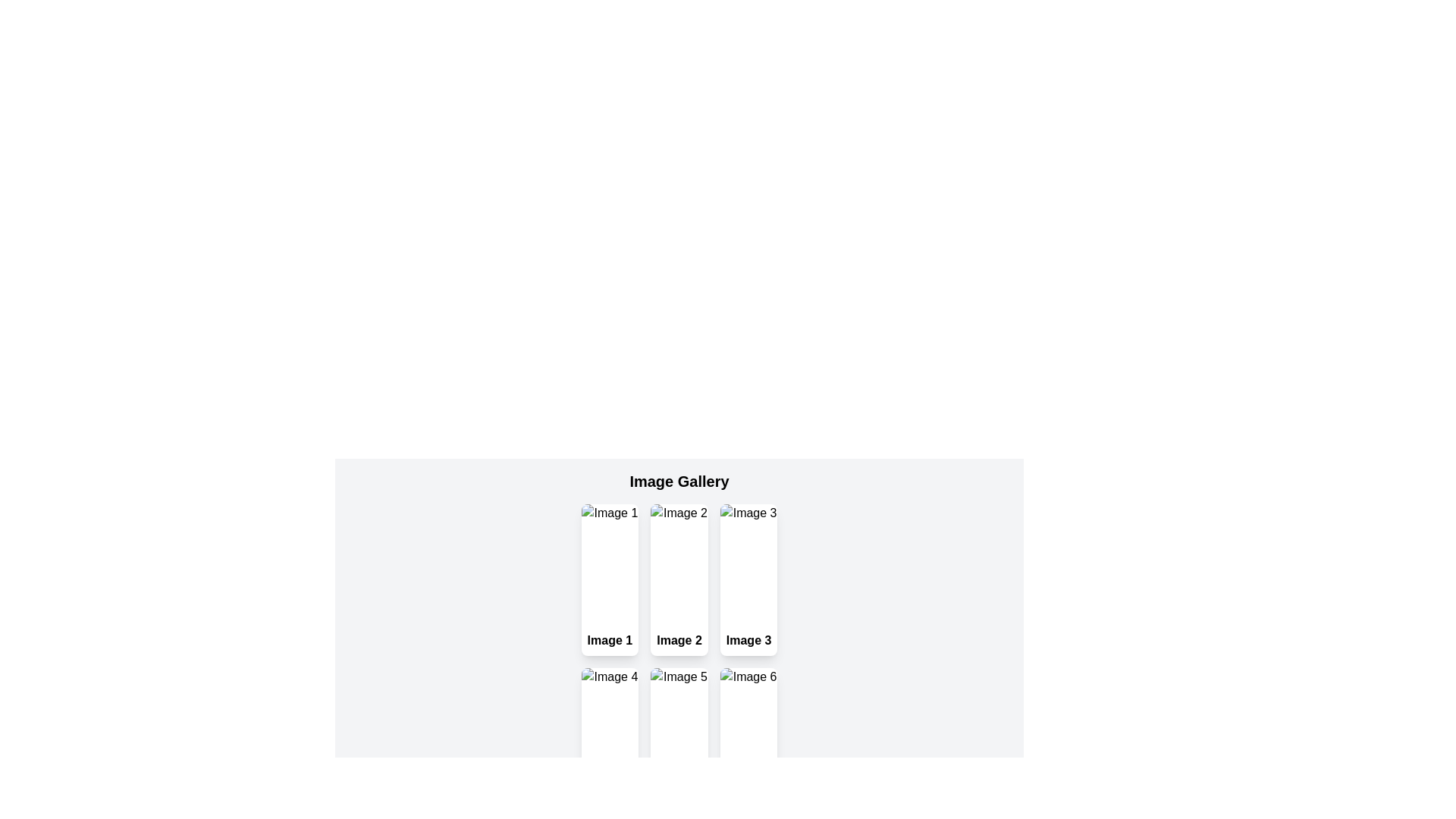 The height and width of the screenshot is (819, 1456). What do you see at coordinates (610, 564) in the screenshot?
I see `the image placeholder displaying 'Image 1' for more details` at bounding box center [610, 564].